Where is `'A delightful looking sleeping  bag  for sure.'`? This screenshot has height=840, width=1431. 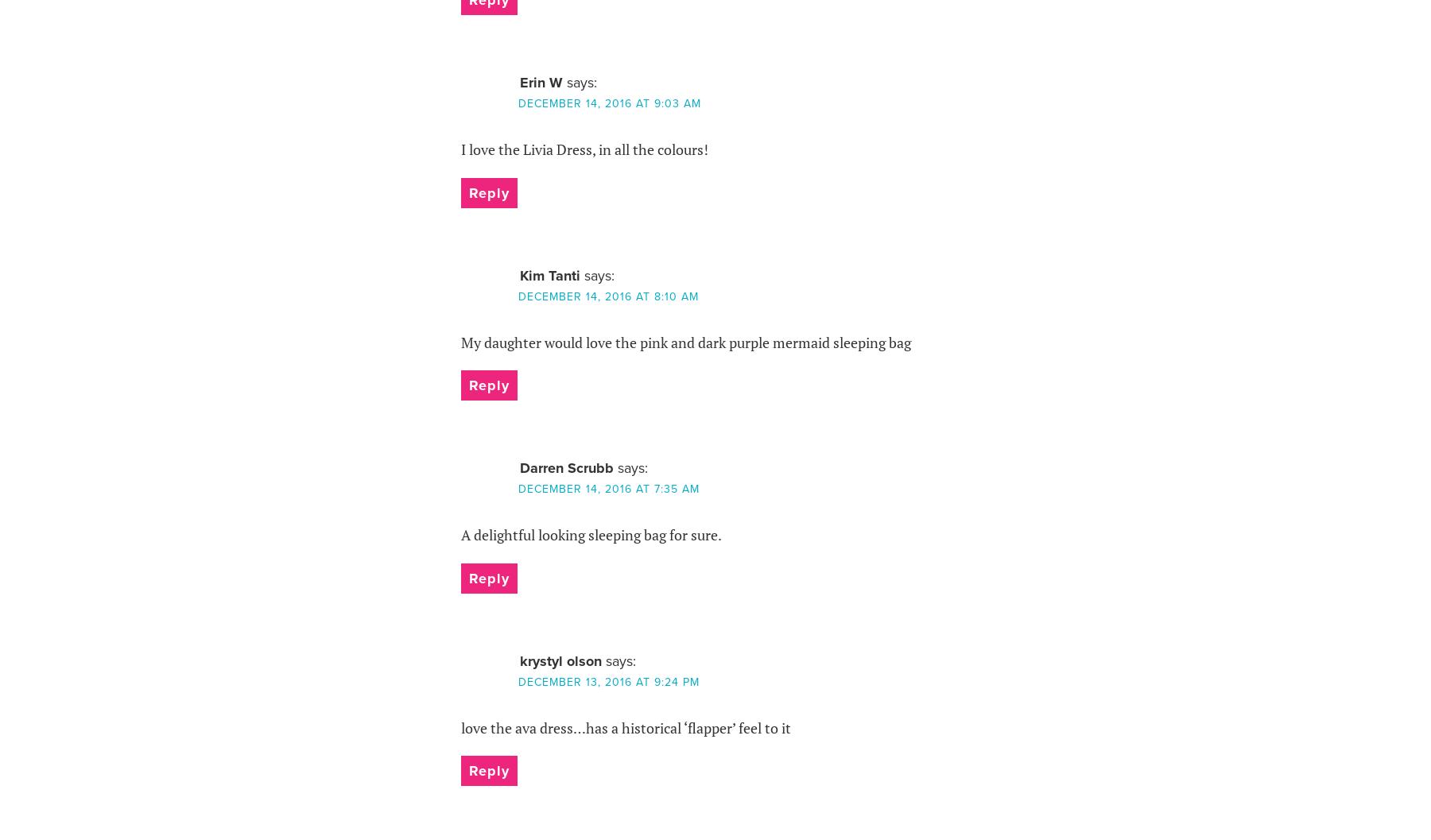 'A delightful looking sleeping  bag  for sure.' is located at coordinates (590, 534).